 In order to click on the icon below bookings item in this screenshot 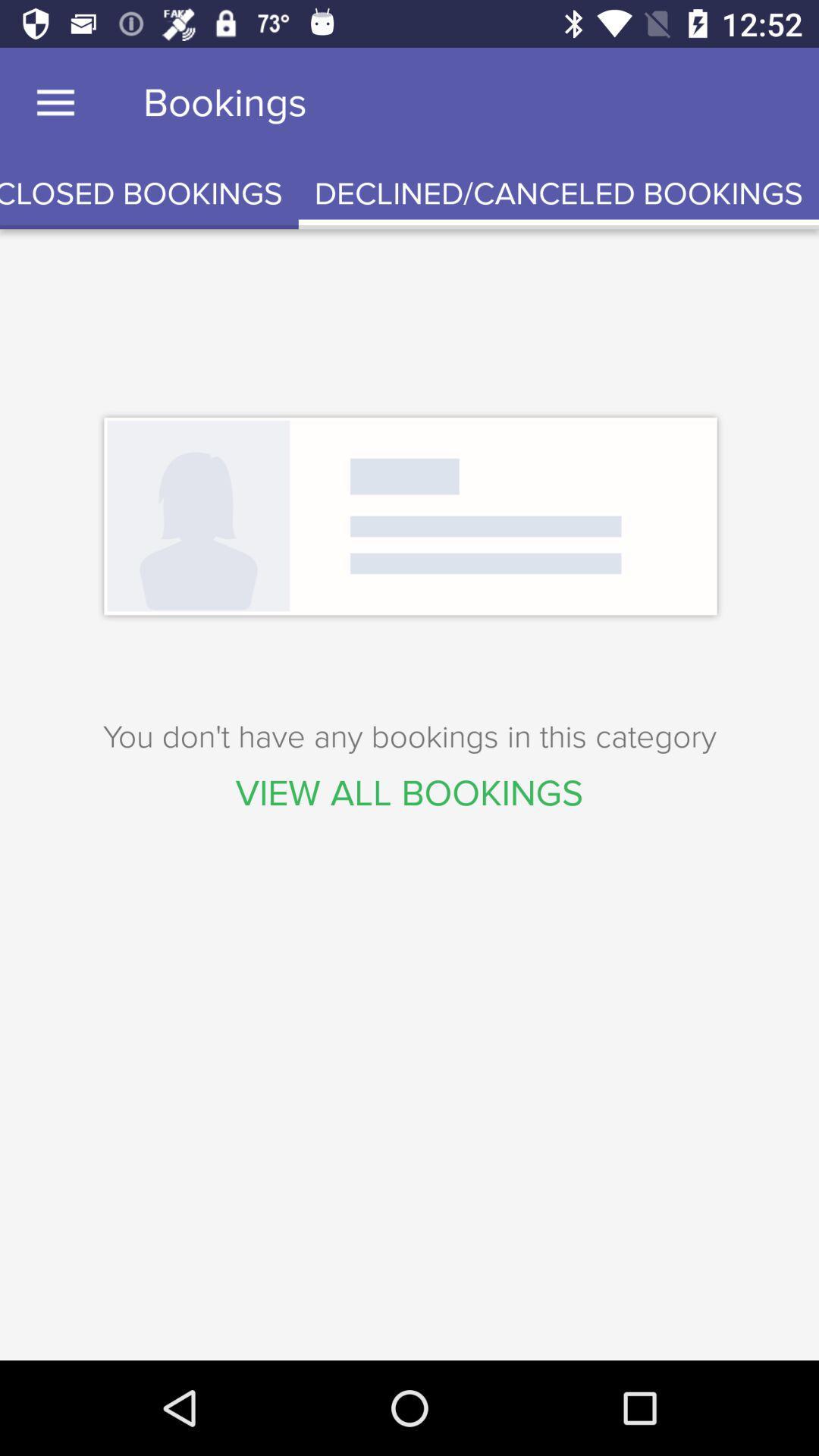, I will do `click(558, 193)`.